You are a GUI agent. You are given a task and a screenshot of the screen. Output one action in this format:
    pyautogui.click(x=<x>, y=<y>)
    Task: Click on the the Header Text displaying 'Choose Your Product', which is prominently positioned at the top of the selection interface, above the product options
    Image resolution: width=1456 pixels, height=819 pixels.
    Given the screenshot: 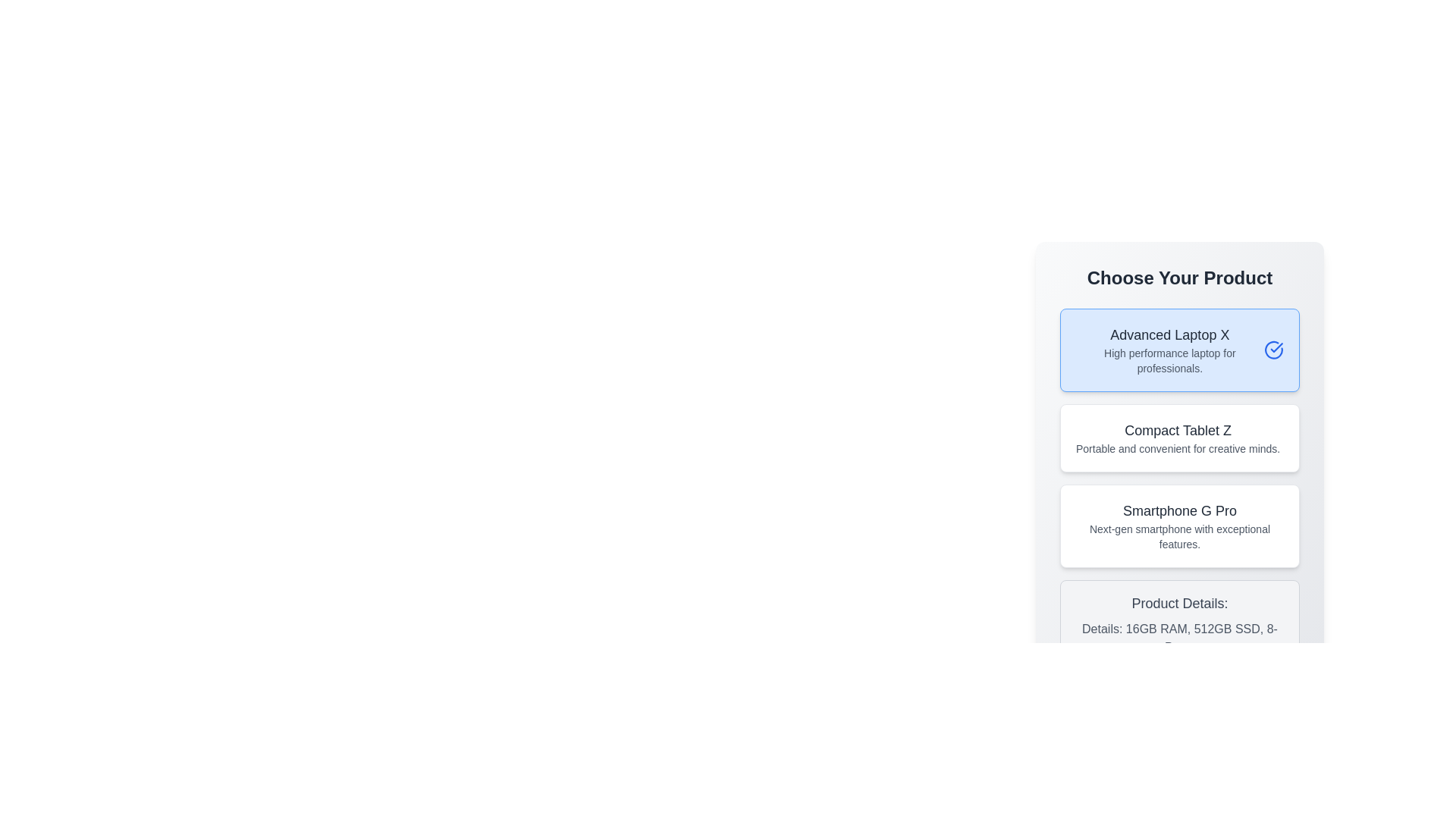 What is the action you would take?
    pyautogui.click(x=1178, y=278)
    